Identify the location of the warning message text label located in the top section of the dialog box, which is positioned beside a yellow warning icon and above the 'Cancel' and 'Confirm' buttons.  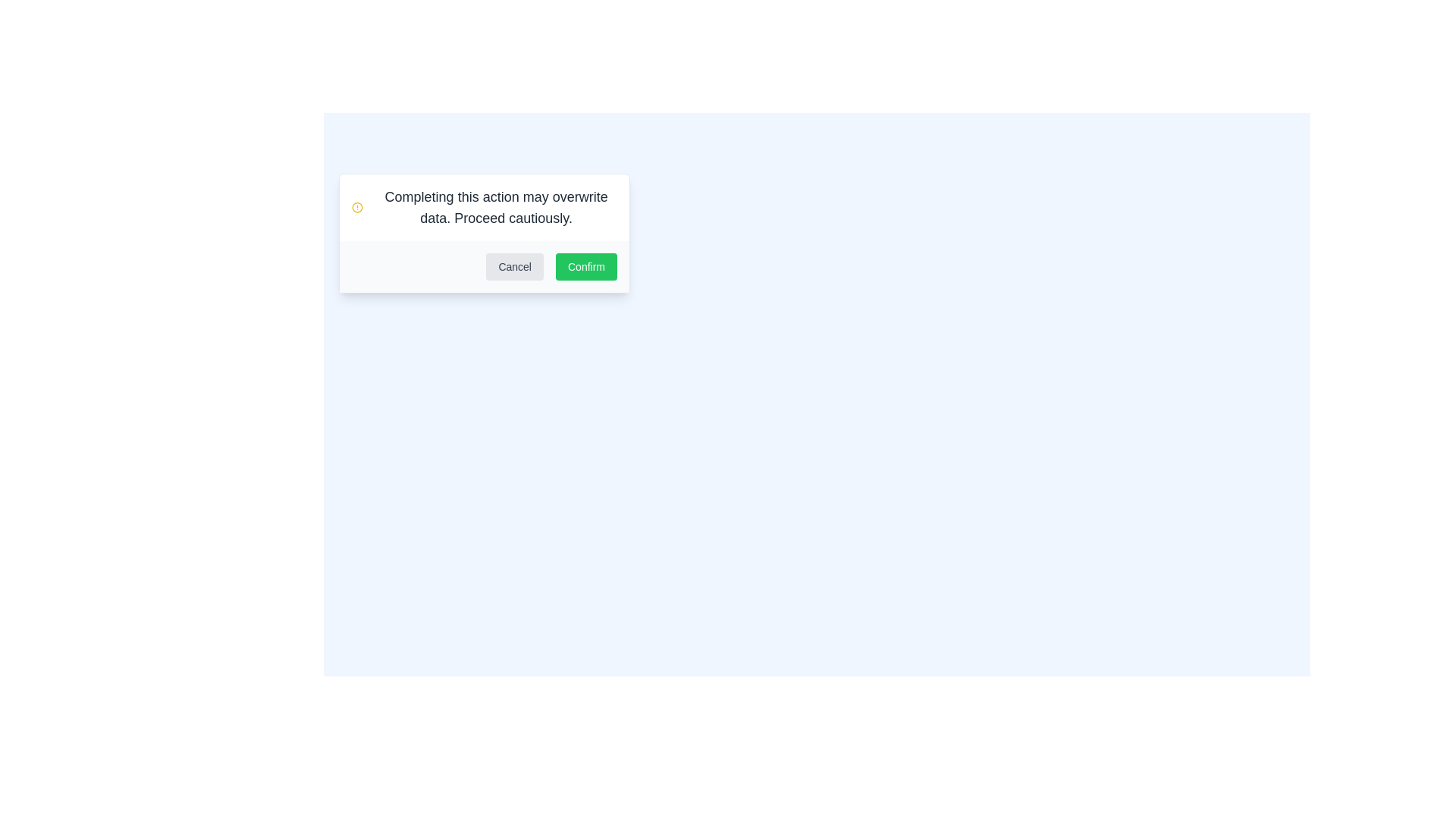
(496, 207).